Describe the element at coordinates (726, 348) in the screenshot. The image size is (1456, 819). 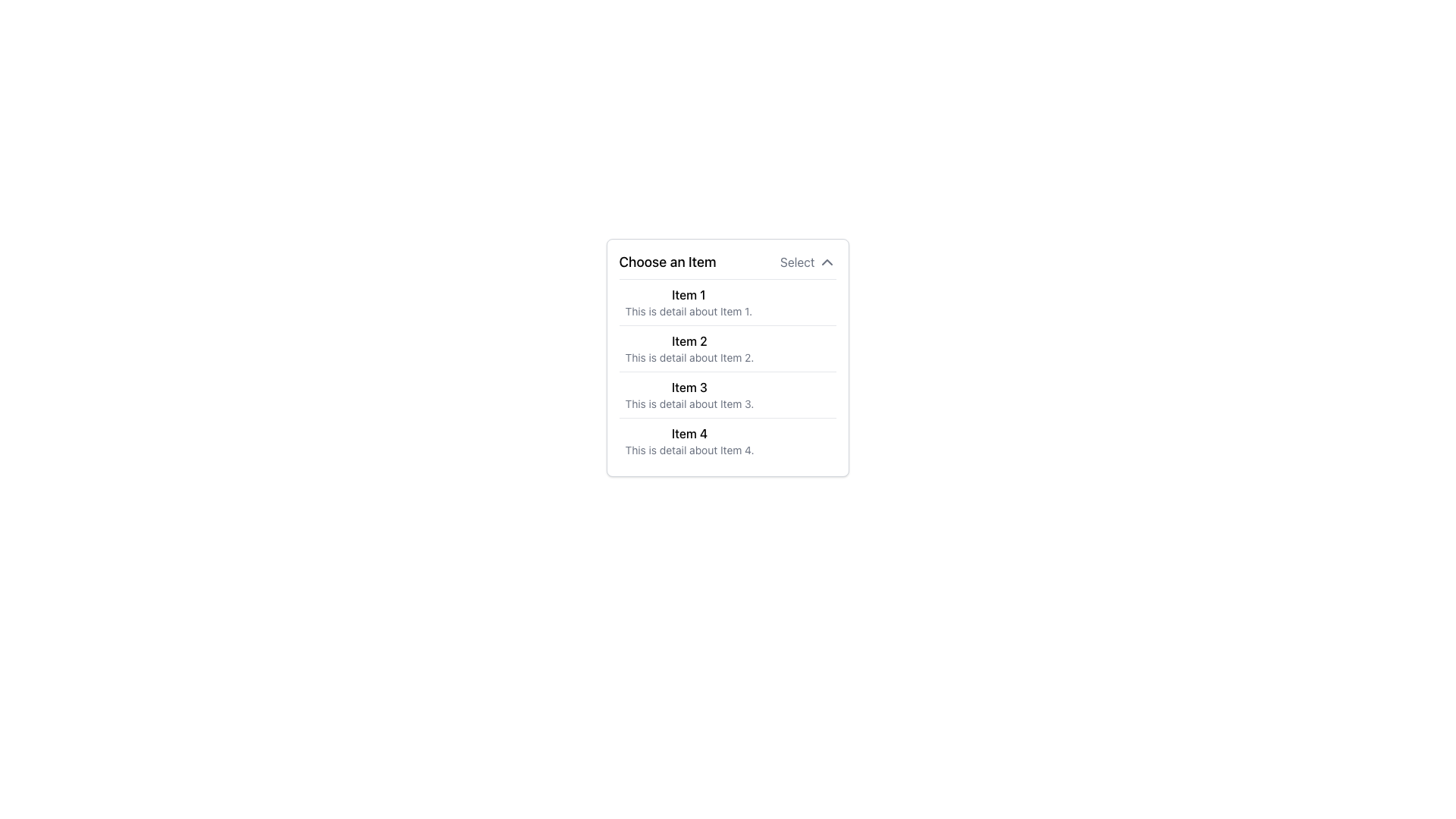
I see `the second list item that displays a title and description, located between 'Item 1' and 'Item 3'` at that location.